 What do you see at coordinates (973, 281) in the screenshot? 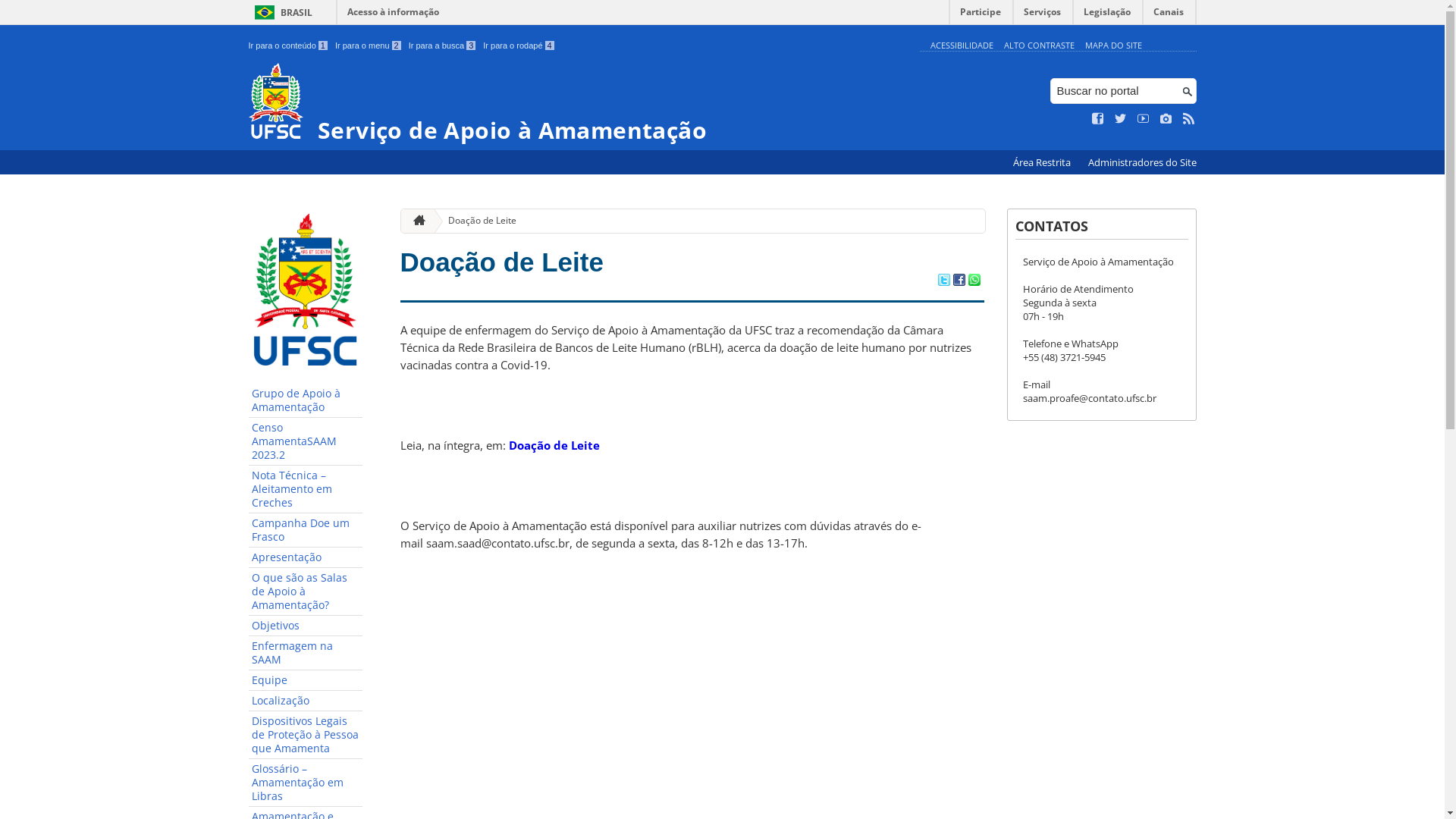
I see `'Compartilhar no WhatsApp'` at bounding box center [973, 281].